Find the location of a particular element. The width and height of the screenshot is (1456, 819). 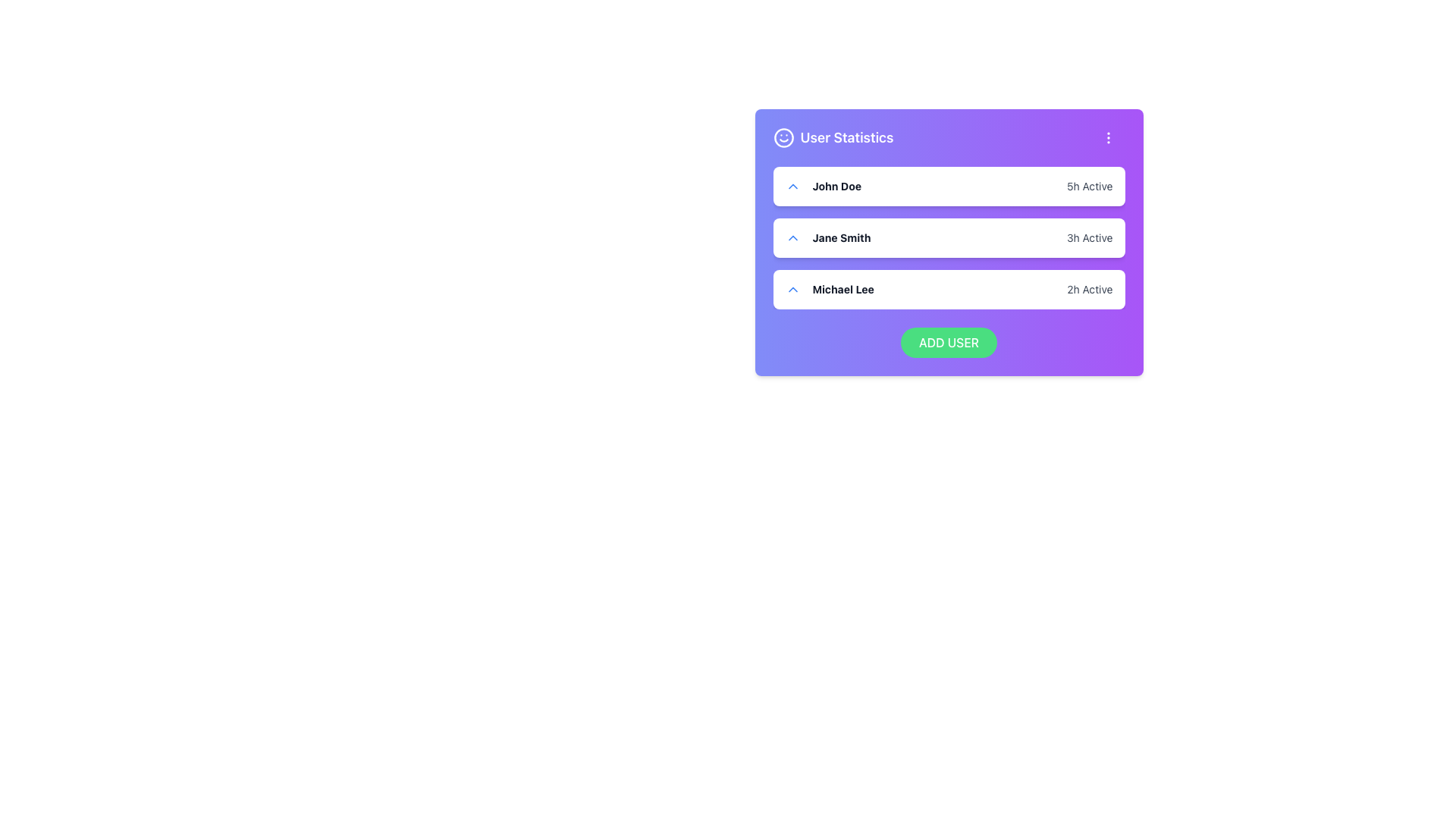

on the text display element showing 'Jane Smith', which is the second entry in a list of user details is located at coordinates (840, 237).